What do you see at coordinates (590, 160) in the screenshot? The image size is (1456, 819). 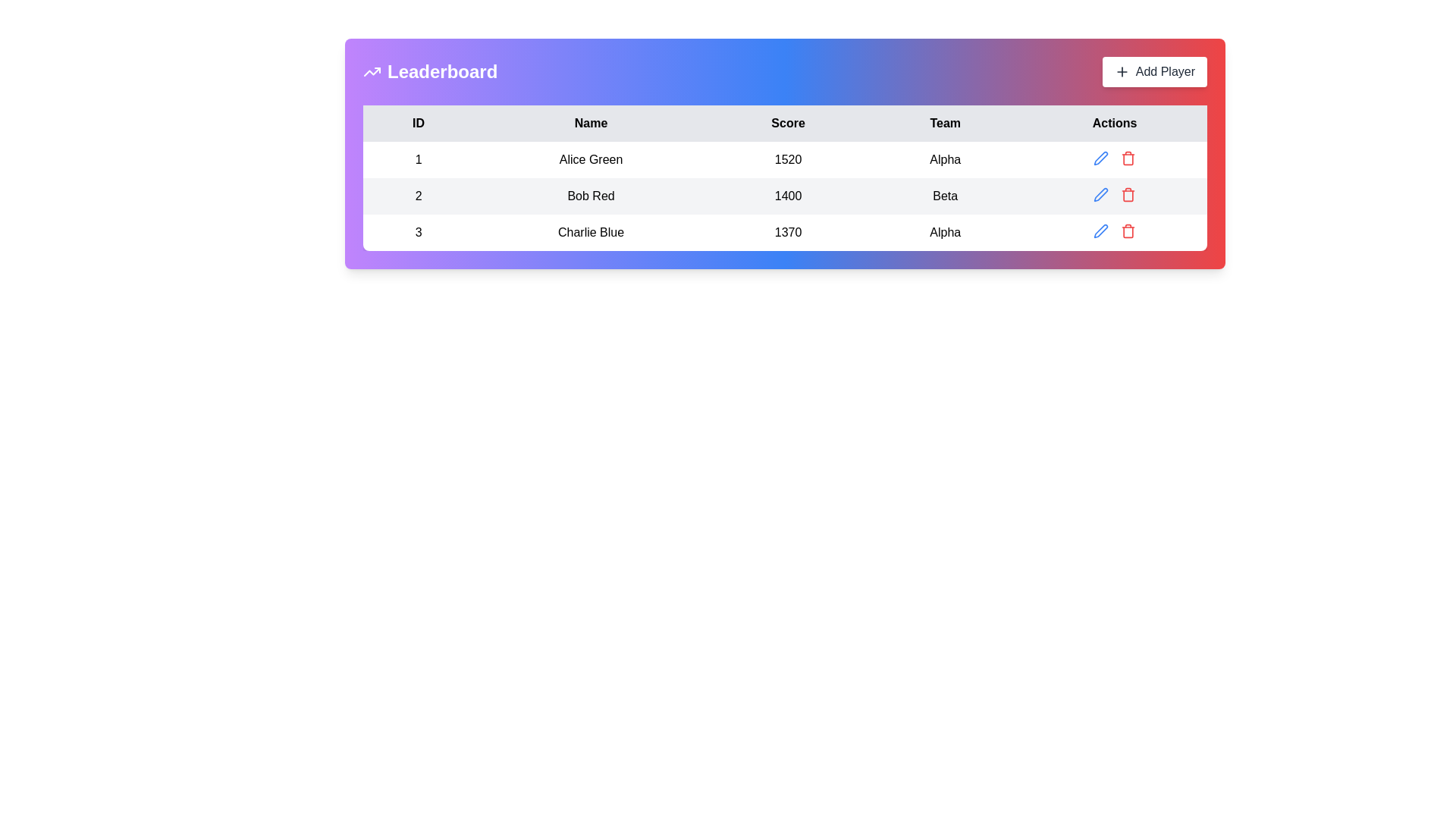 I see `text label that displays 'Alice Green' located in the second column of the leaderboard table under the 'Name' column` at bounding box center [590, 160].